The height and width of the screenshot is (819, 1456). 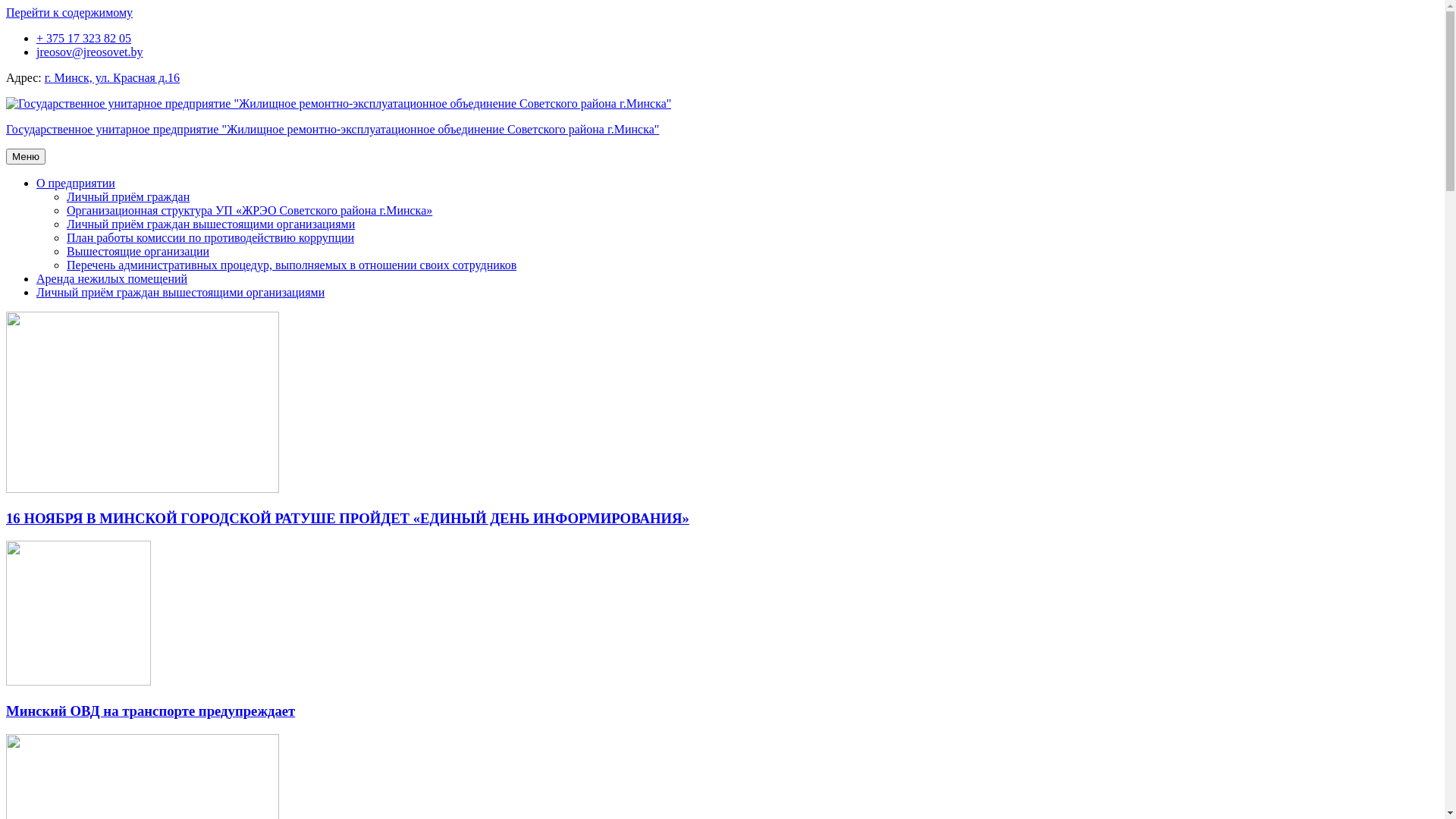 I want to click on 'jreosov@jreosovet.by', so click(x=89, y=51).